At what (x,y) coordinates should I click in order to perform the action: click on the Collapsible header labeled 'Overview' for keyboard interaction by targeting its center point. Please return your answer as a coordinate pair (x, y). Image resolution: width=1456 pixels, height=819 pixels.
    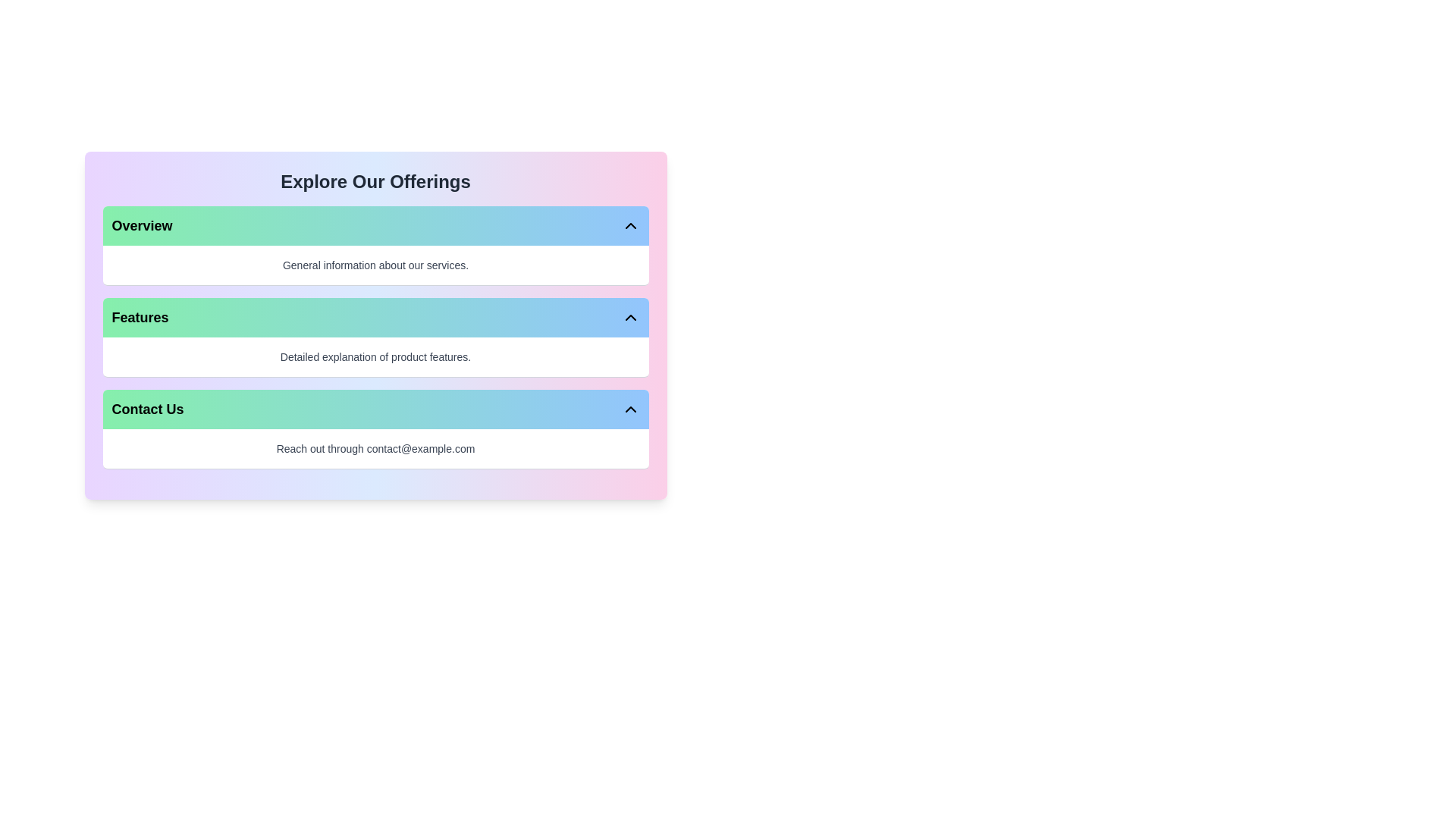
    Looking at the image, I should click on (375, 225).